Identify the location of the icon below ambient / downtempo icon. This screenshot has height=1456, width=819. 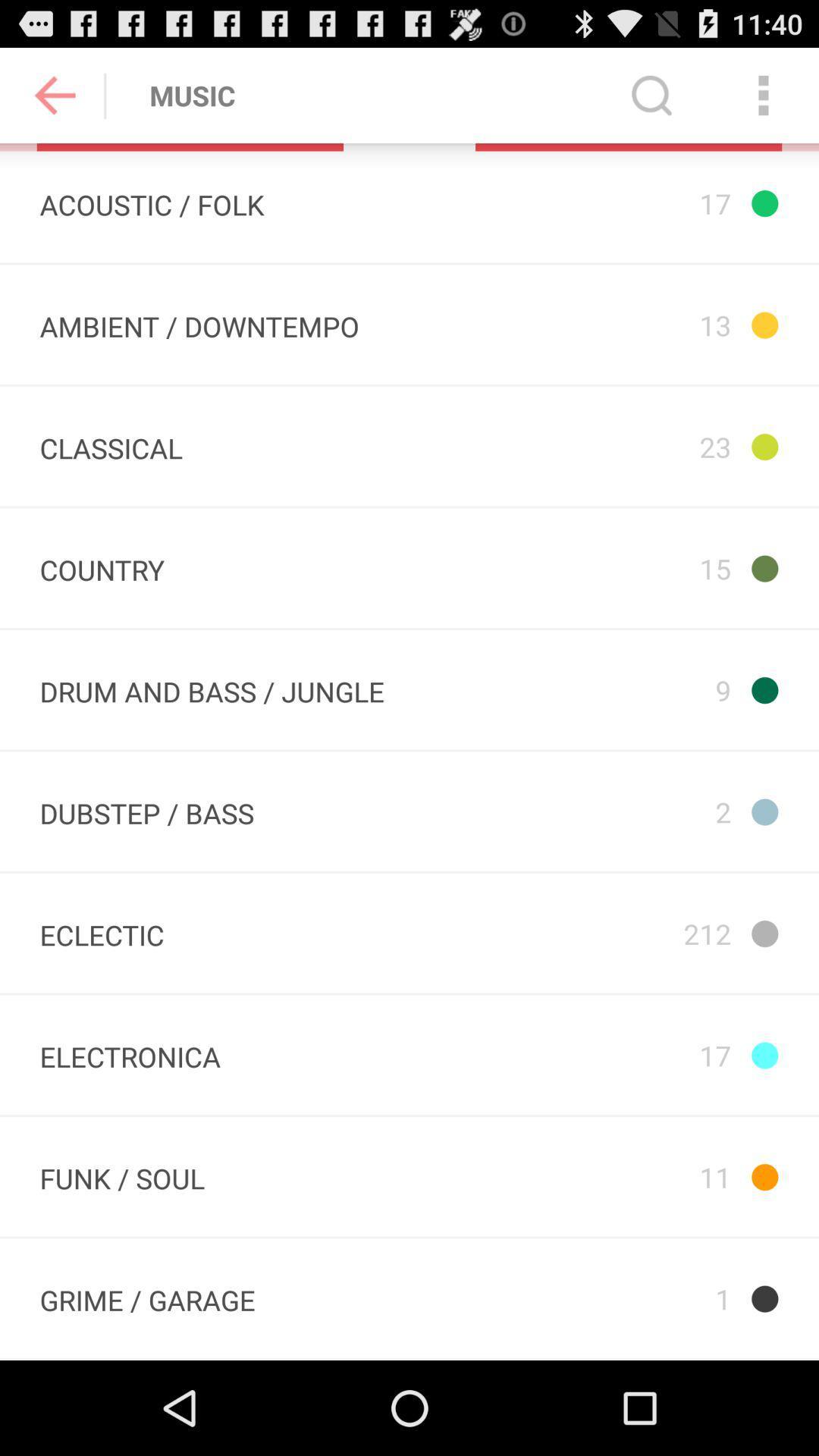
(110, 445).